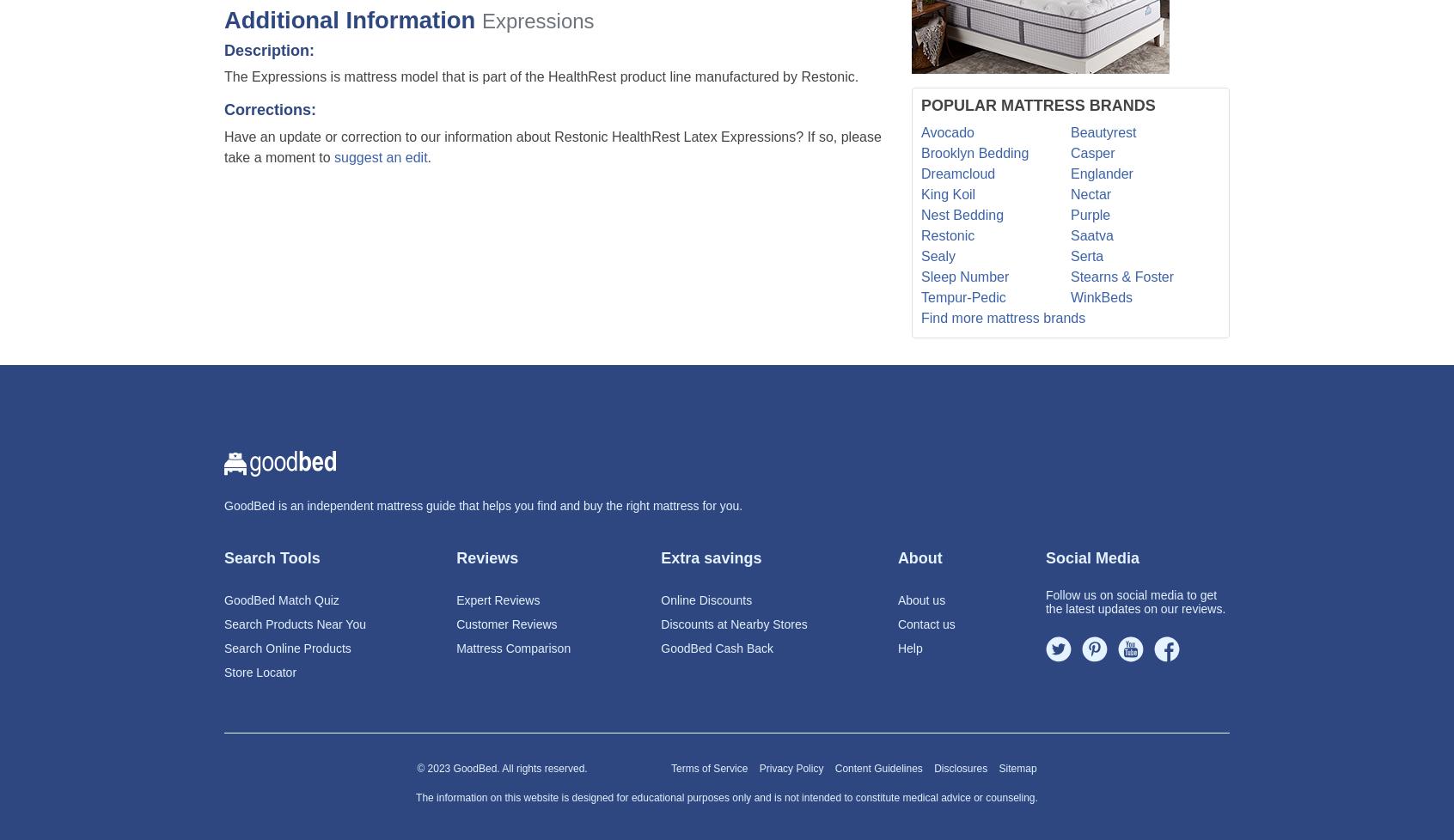 The height and width of the screenshot is (840, 1454). What do you see at coordinates (717, 647) in the screenshot?
I see `'GoodBed Cash Back'` at bounding box center [717, 647].